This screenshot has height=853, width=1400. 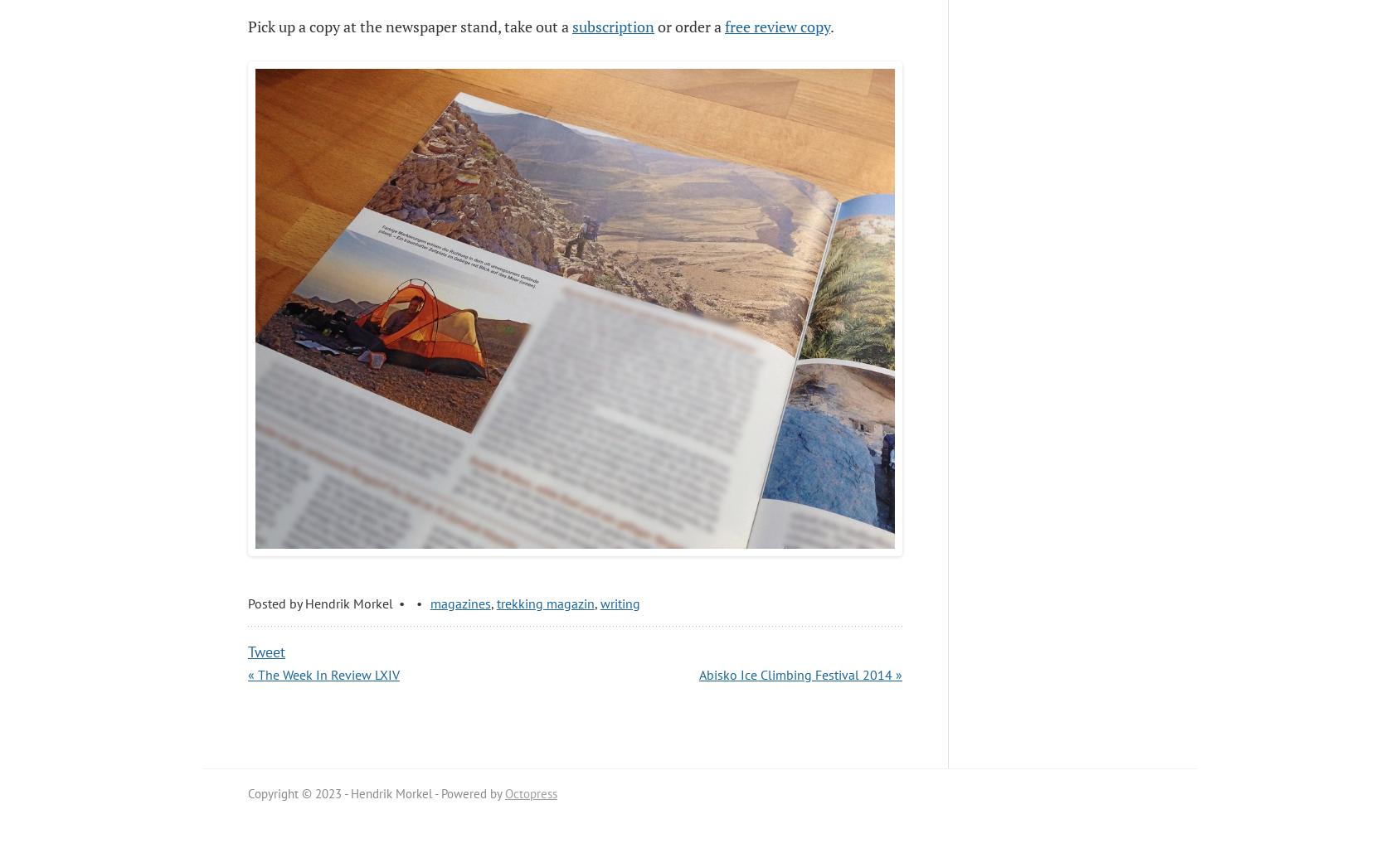 What do you see at coordinates (276, 601) in the screenshot?
I see `'Posted by'` at bounding box center [276, 601].